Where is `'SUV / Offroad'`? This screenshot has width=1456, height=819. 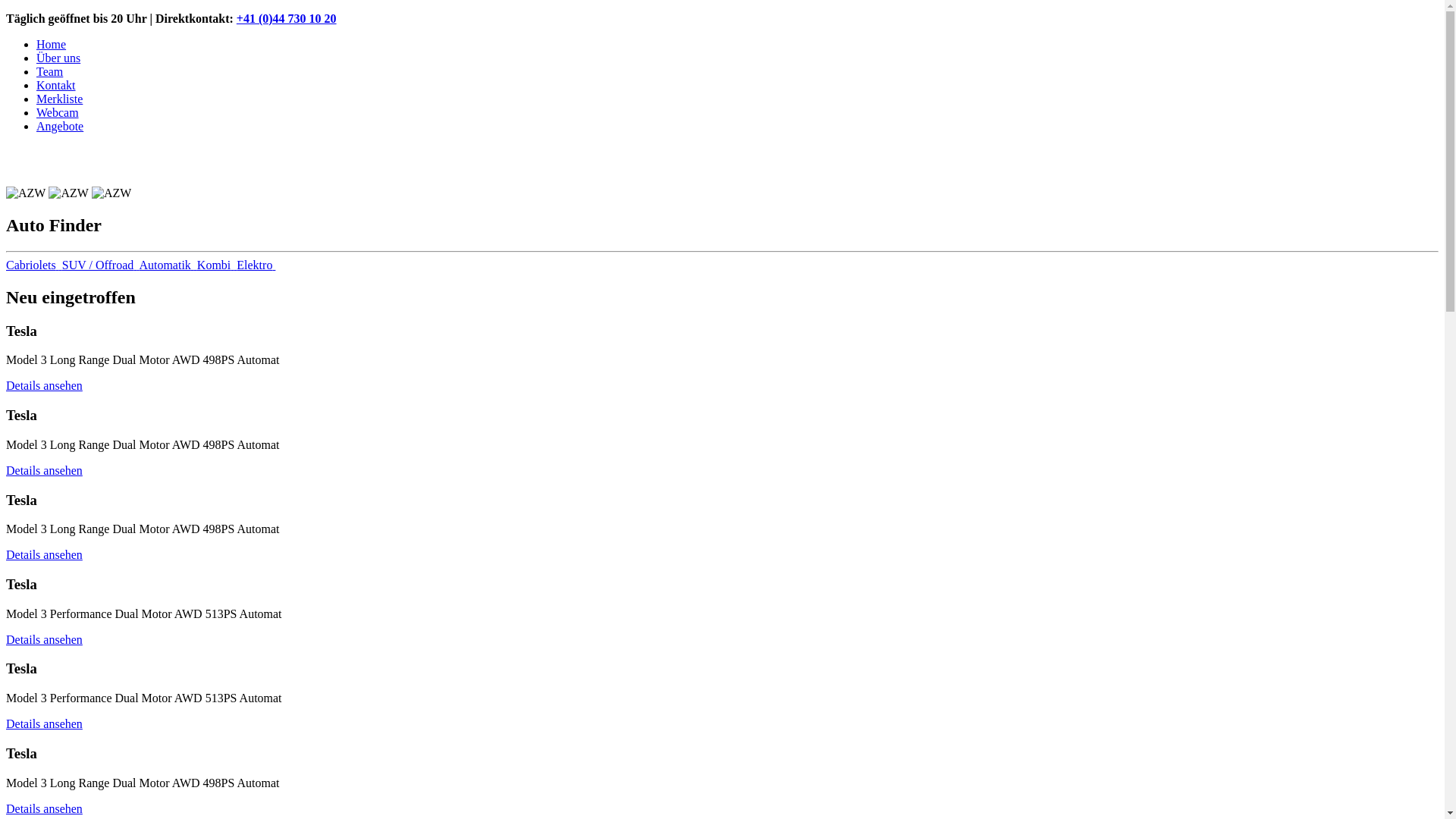 'SUV / Offroad' is located at coordinates (100, 264).